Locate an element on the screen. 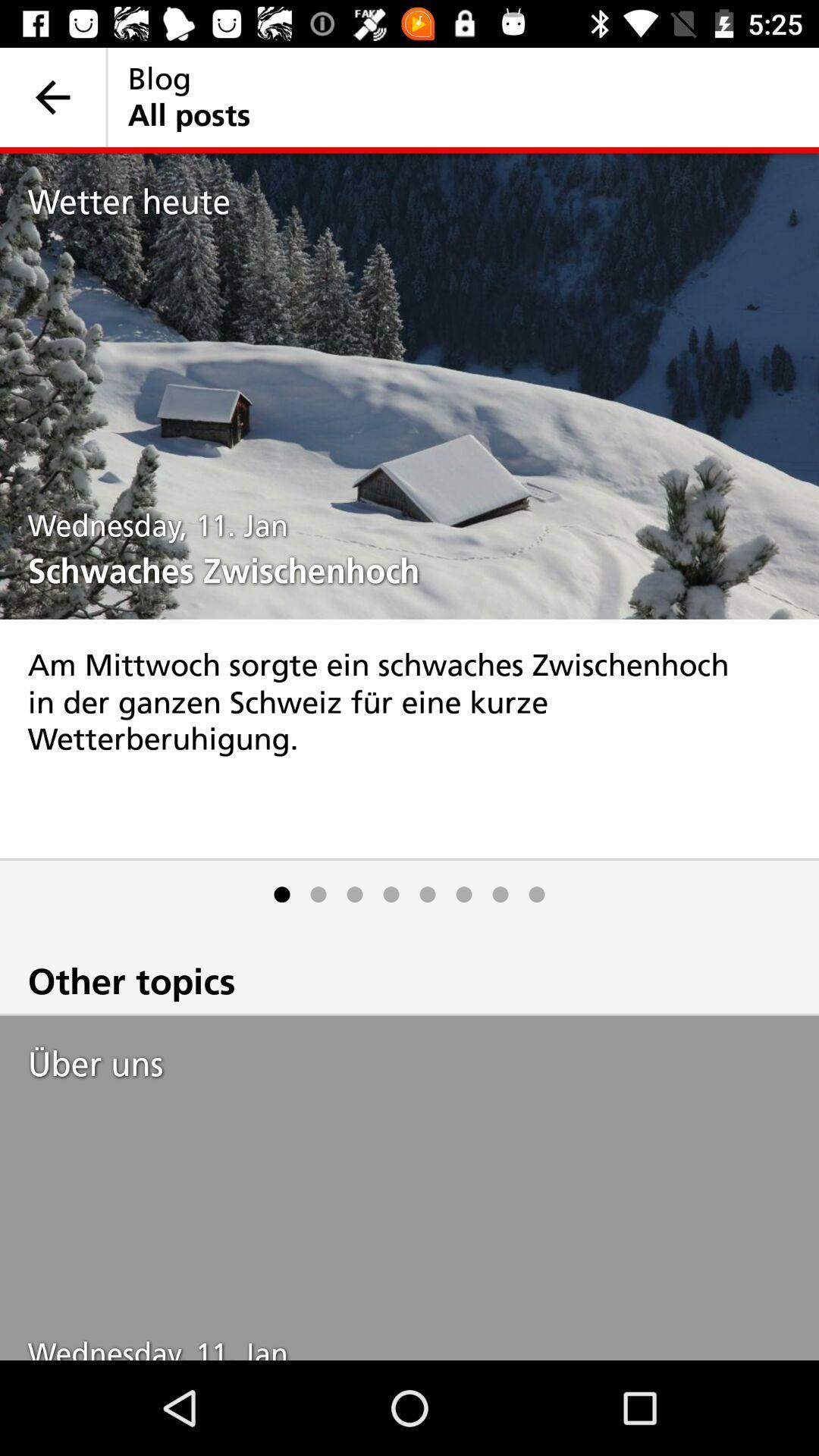 The image size is (819, 1456). am mittwoch sorgte item is located at coordinates (409, 739).